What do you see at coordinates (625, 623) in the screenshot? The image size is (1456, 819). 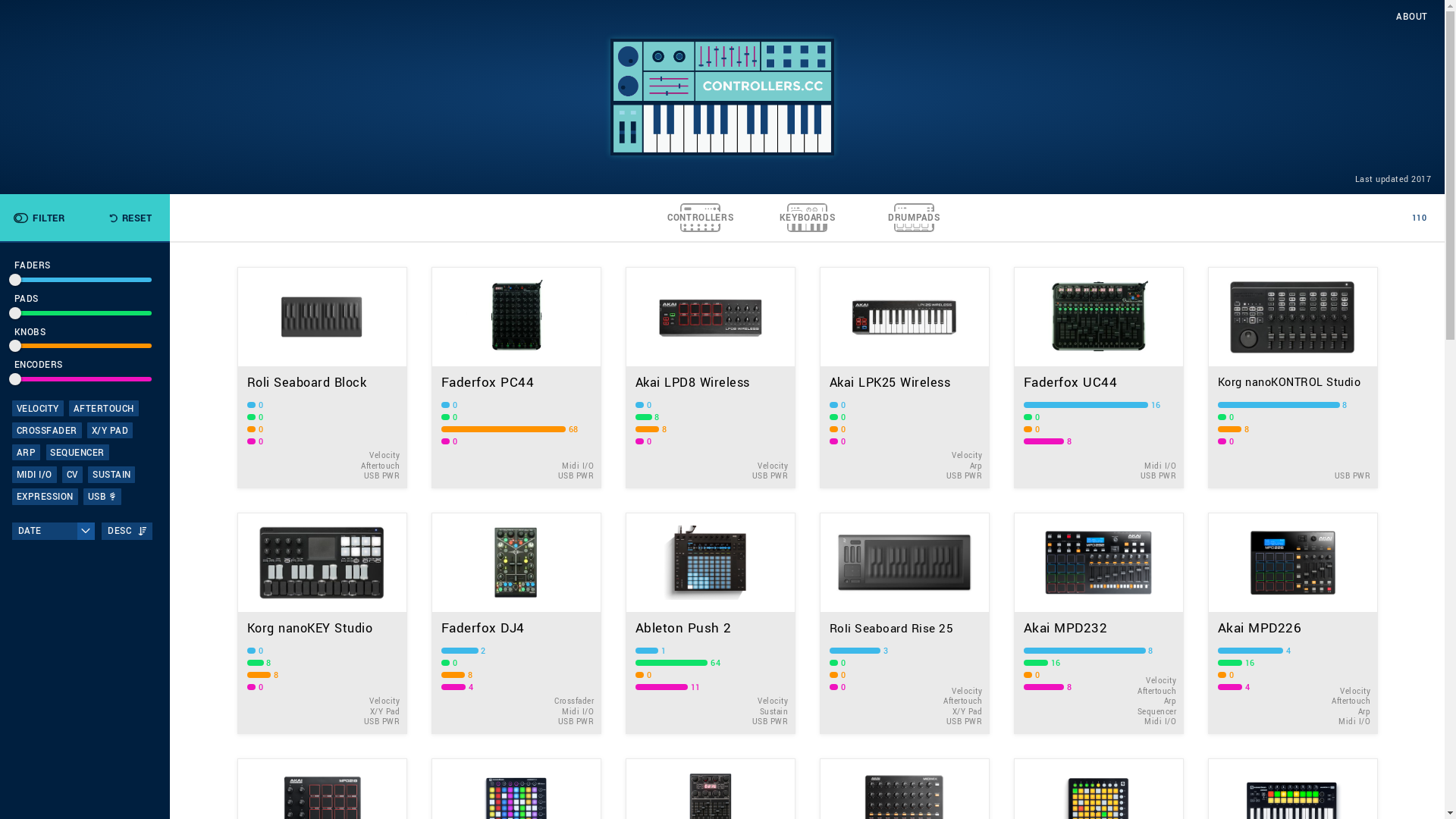 I see `'Ableton Push 2` at bounding box center [625, 623].